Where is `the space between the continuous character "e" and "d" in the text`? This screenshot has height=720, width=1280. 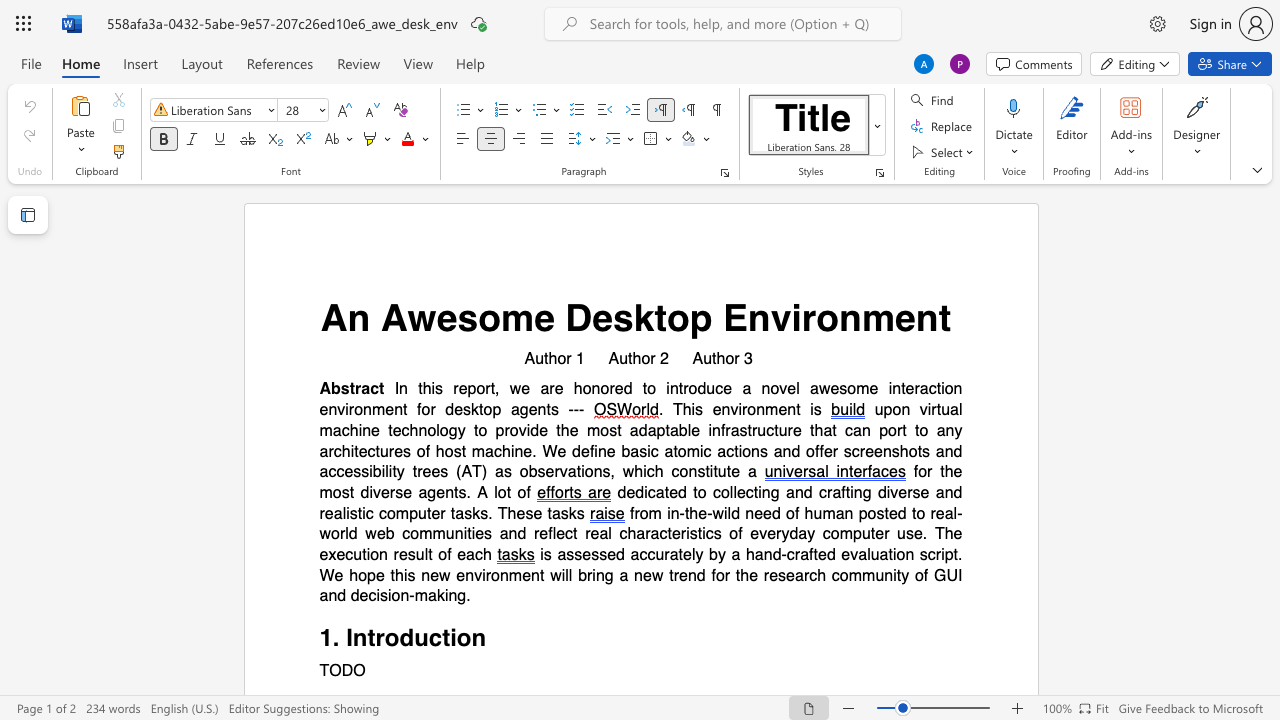
the space between the continuous character "e" and "d" in the text is located at coordinates (622, 389).